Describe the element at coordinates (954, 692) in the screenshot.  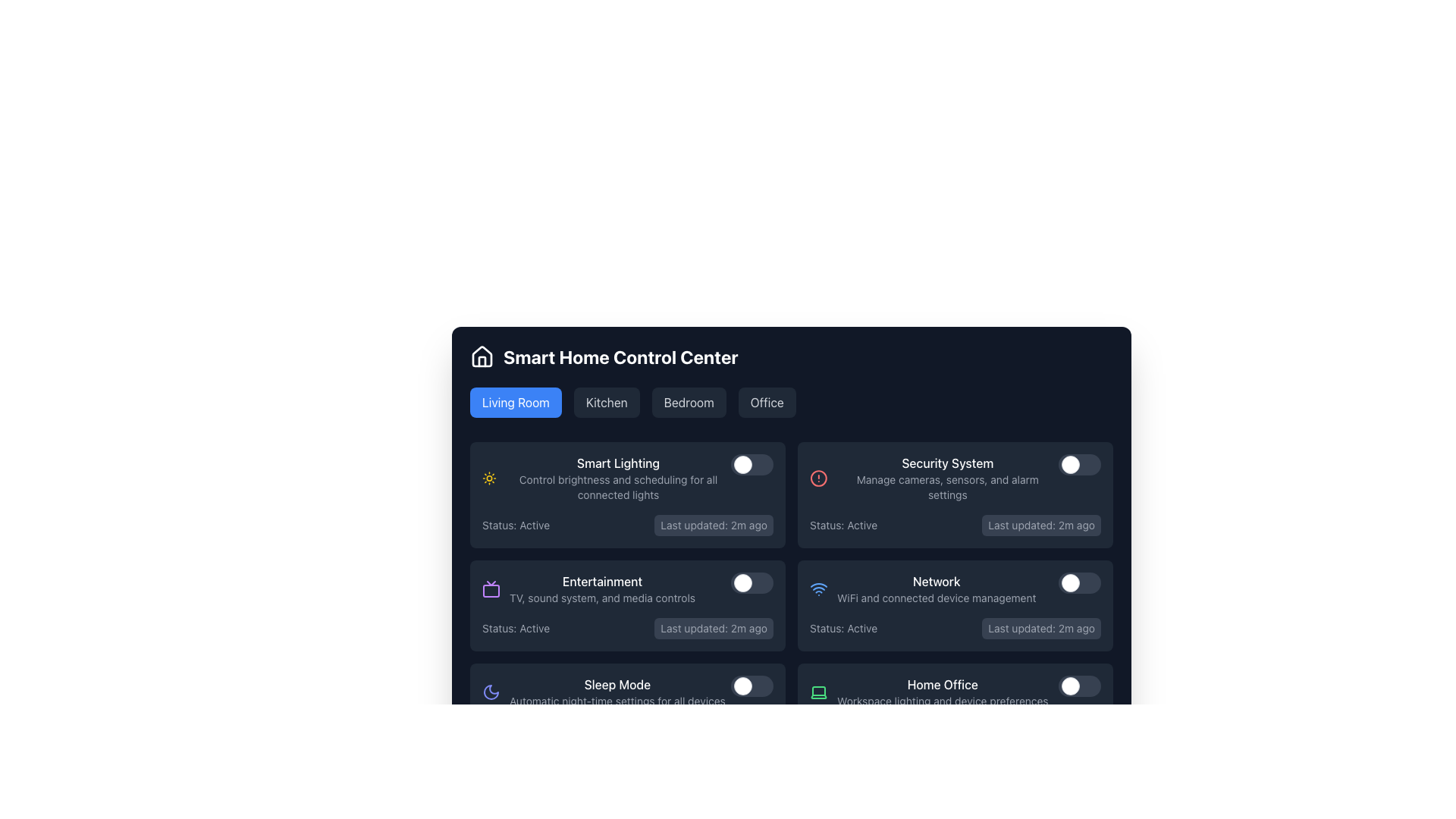
I see `text of the section header for 'Home Office' to understand its purpose, which is to manage workspace lighting and device preferences` at that location.